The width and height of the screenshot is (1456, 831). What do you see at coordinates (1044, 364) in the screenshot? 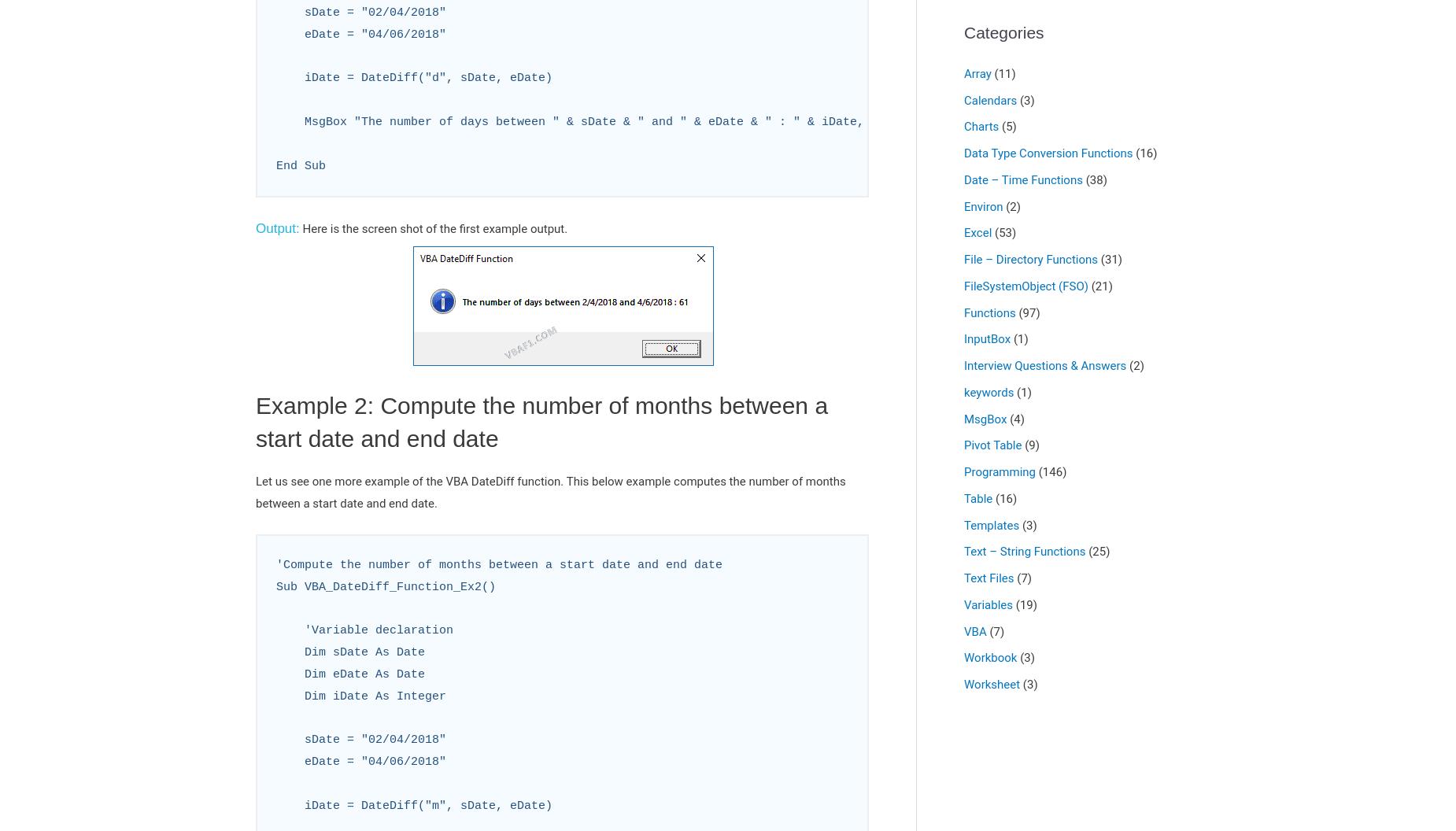
I see `'Interview Questions & Answers'` at bounding box center [1044, 364].